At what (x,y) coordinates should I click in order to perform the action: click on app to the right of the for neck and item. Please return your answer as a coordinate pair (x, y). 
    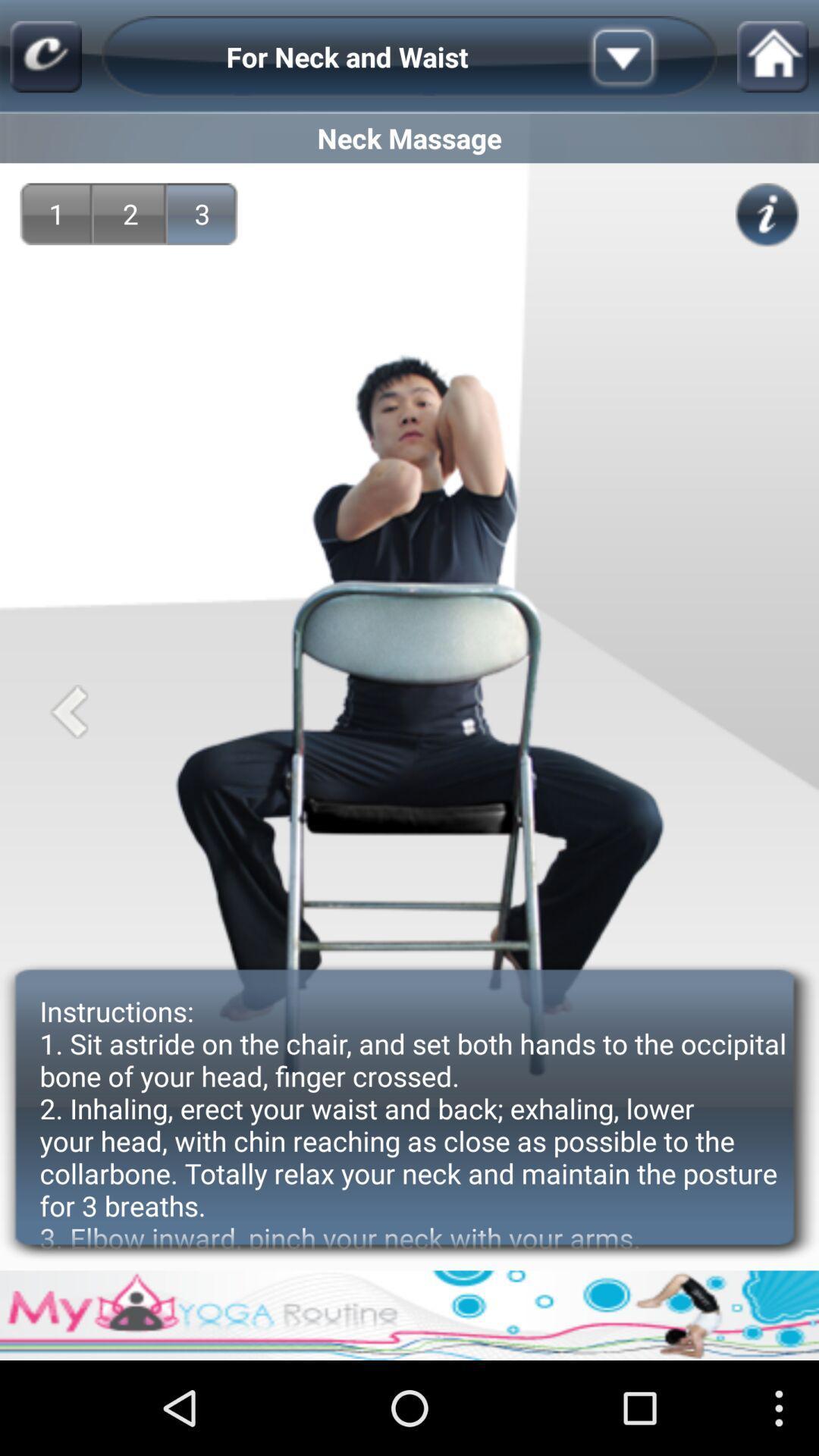
    Looking at the image, I should click on (647, 57).